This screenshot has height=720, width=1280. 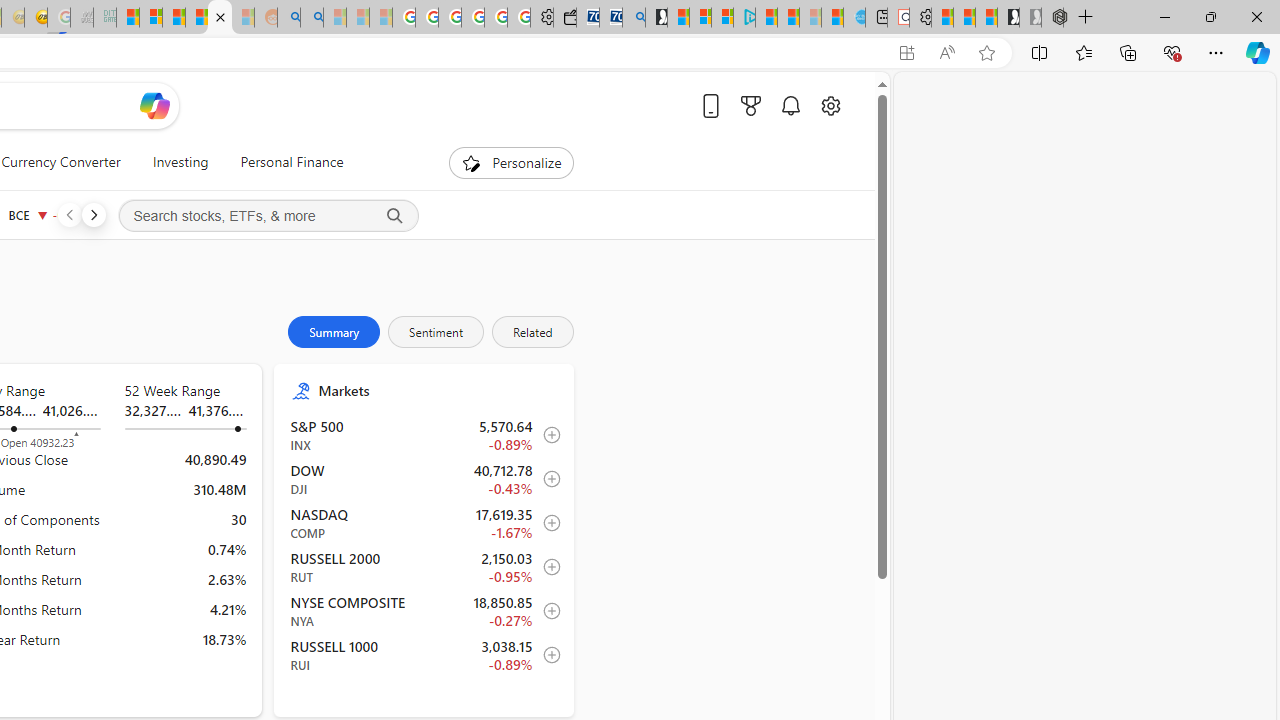 I want to click on 'Add to Watchlist', so click(x=546, y=655).